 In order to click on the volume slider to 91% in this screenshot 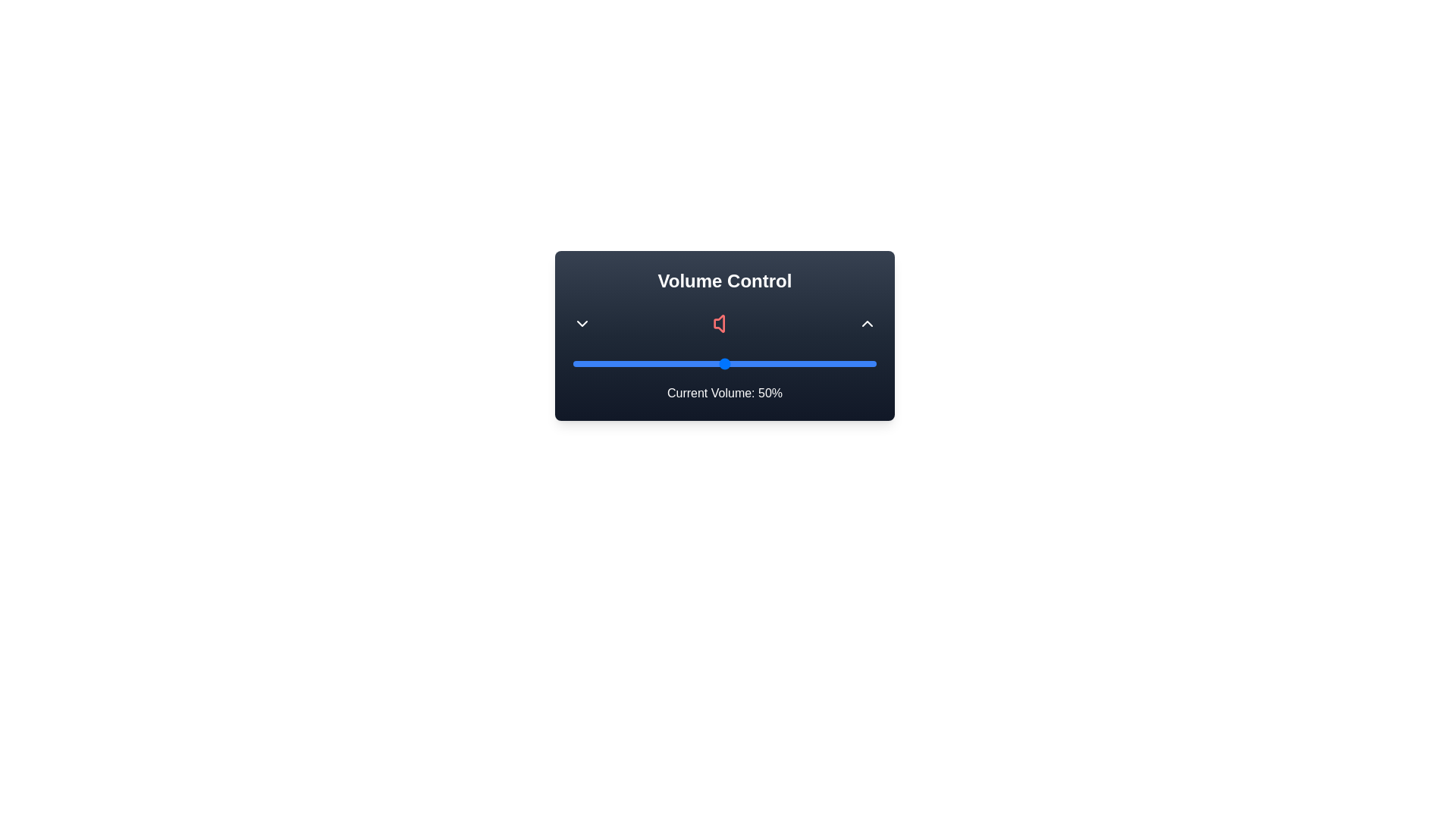, I will do `click(848, 363)`.